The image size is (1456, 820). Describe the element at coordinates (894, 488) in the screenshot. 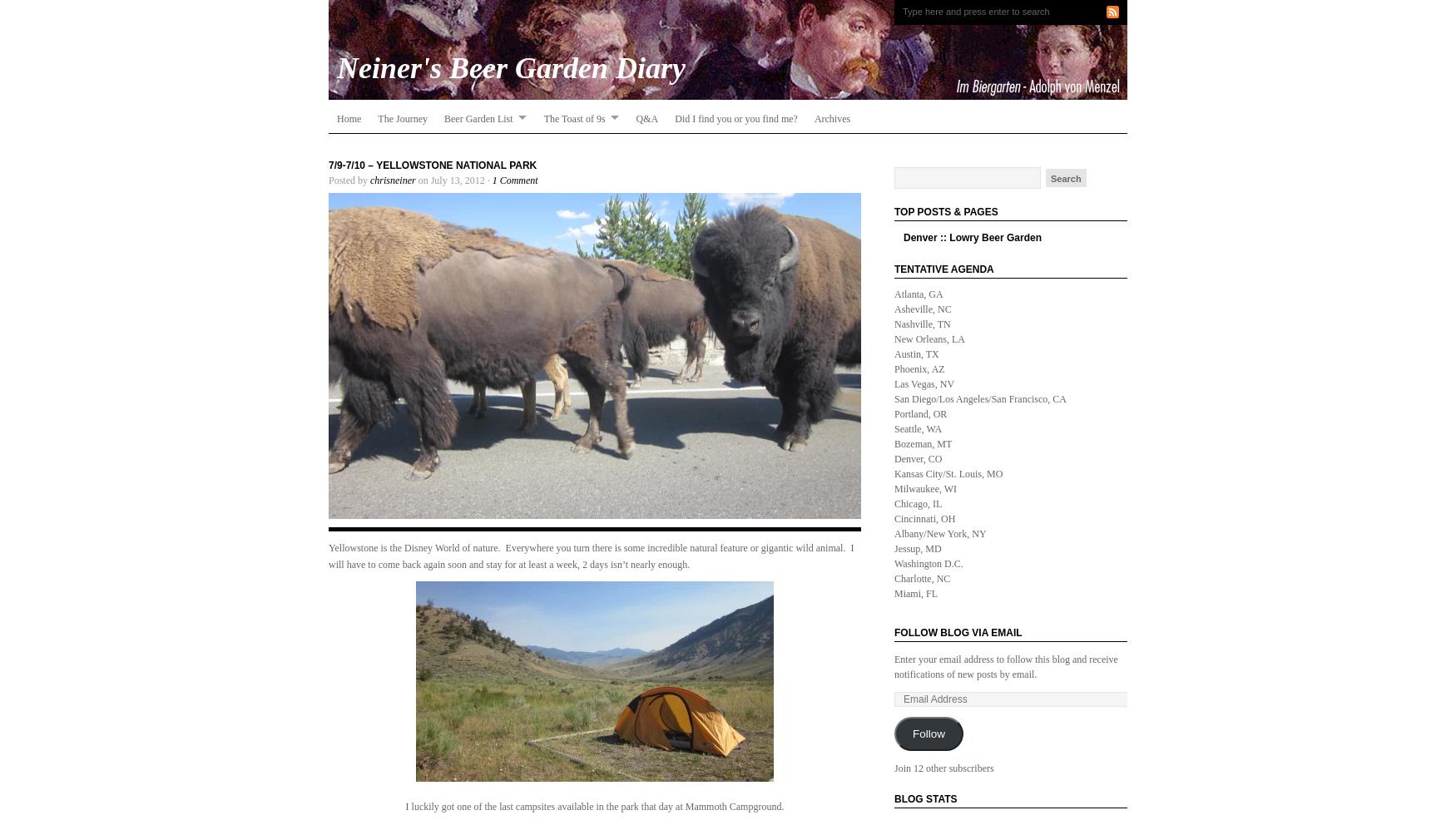

I see `'Milwaukee, WI'` at that location.